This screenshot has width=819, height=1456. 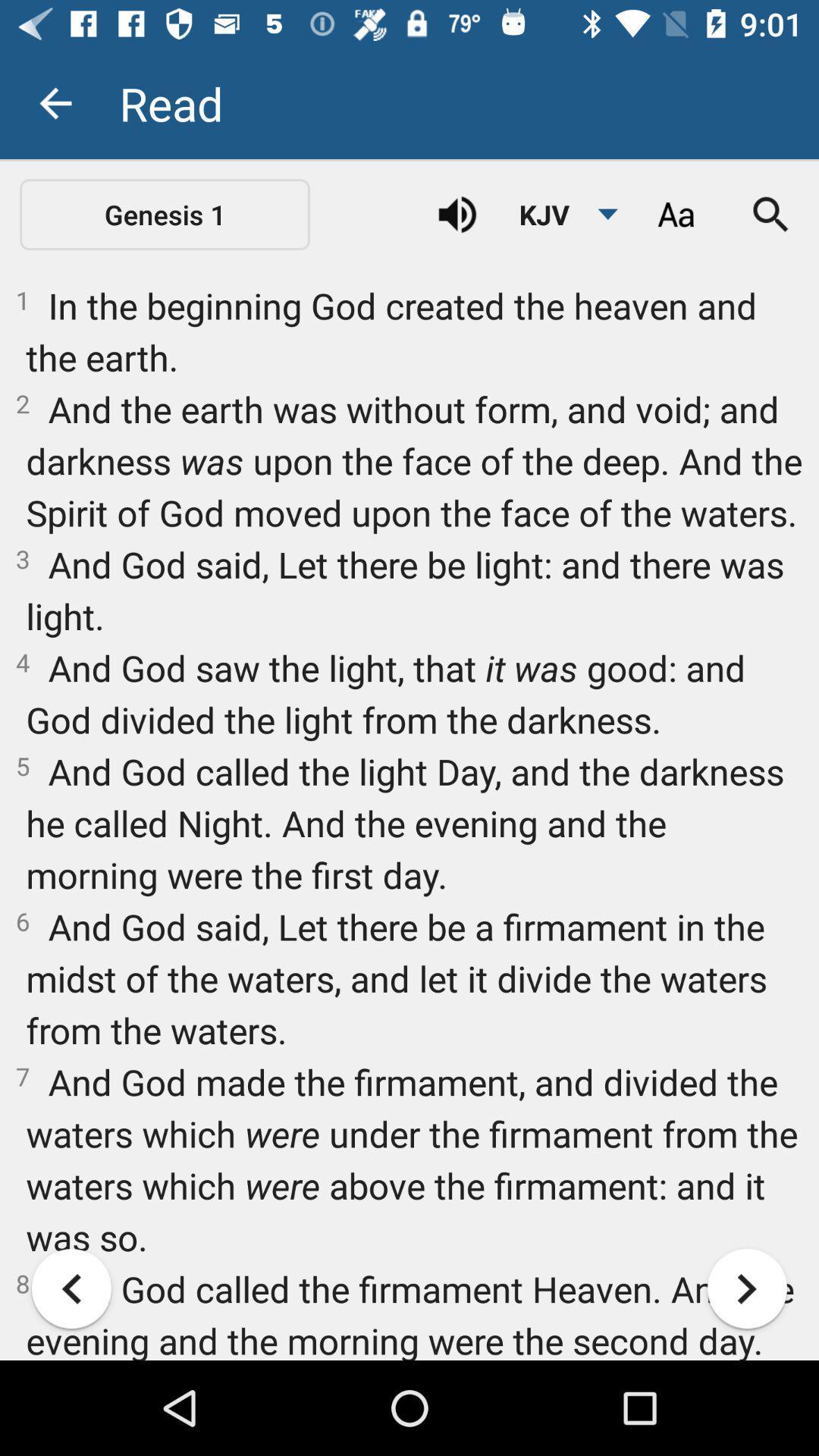 What do you see at coordinates (746, 1288) in the screenshot?
I see `next` at bounding box center [746, 1288].